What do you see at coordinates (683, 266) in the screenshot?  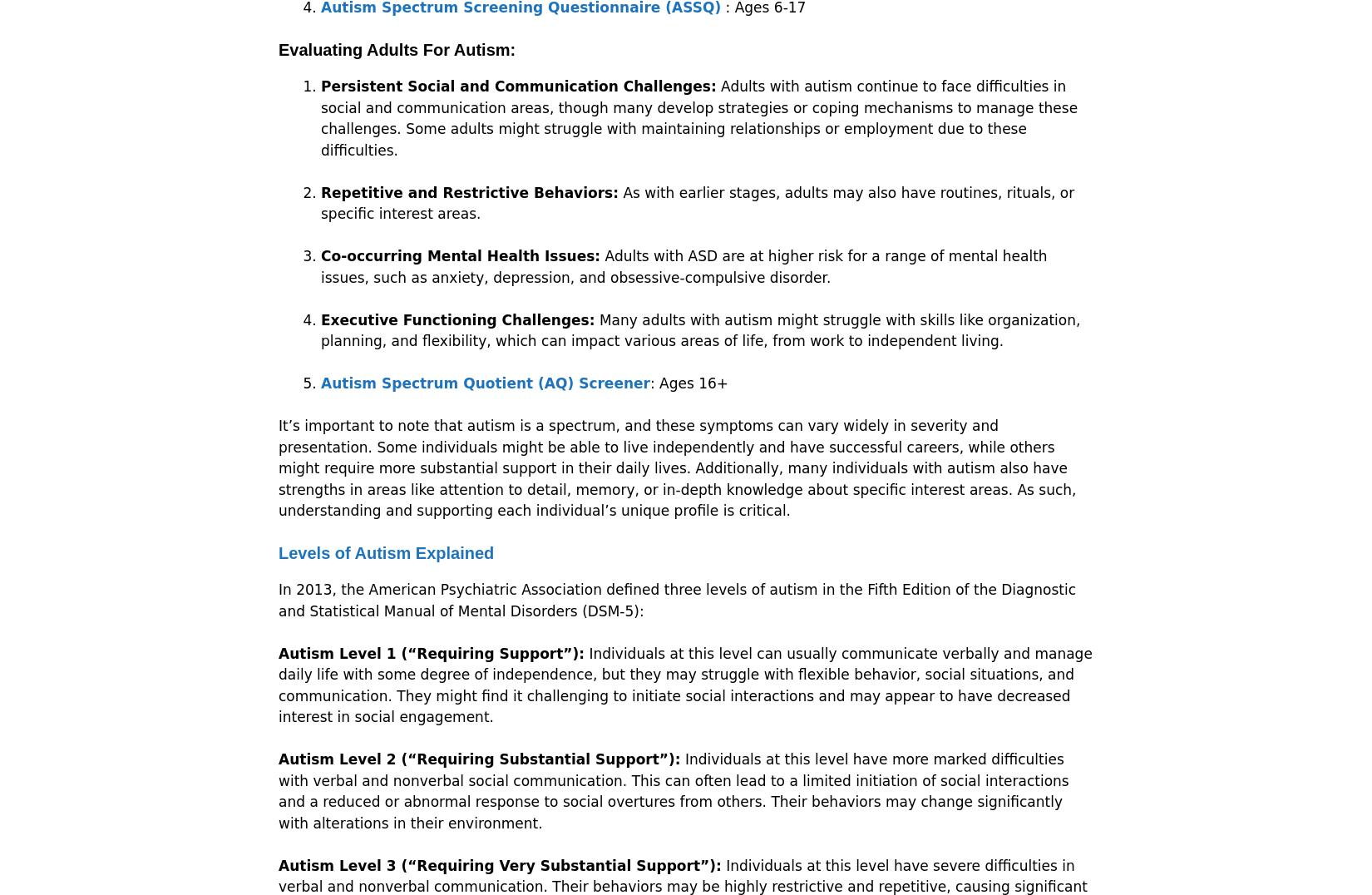 I see `'Adults with ASD are at higher risk for a range of mental health issues, such as anxiety, depression, and obsessive-compulsive disorder.'` at bounding box center [683, 266].